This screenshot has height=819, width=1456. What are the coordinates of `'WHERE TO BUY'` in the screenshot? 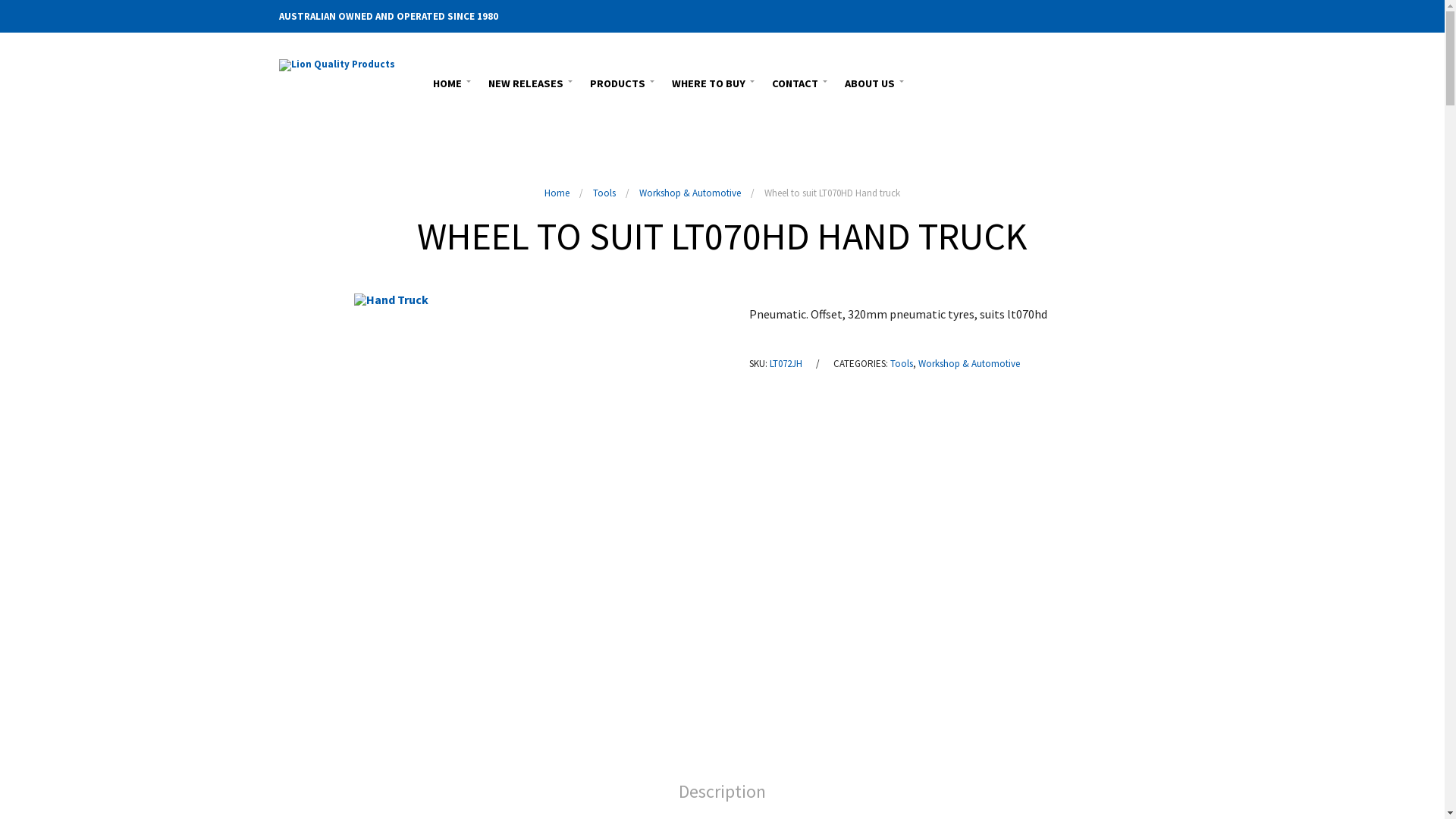 It's located at (709, 81).